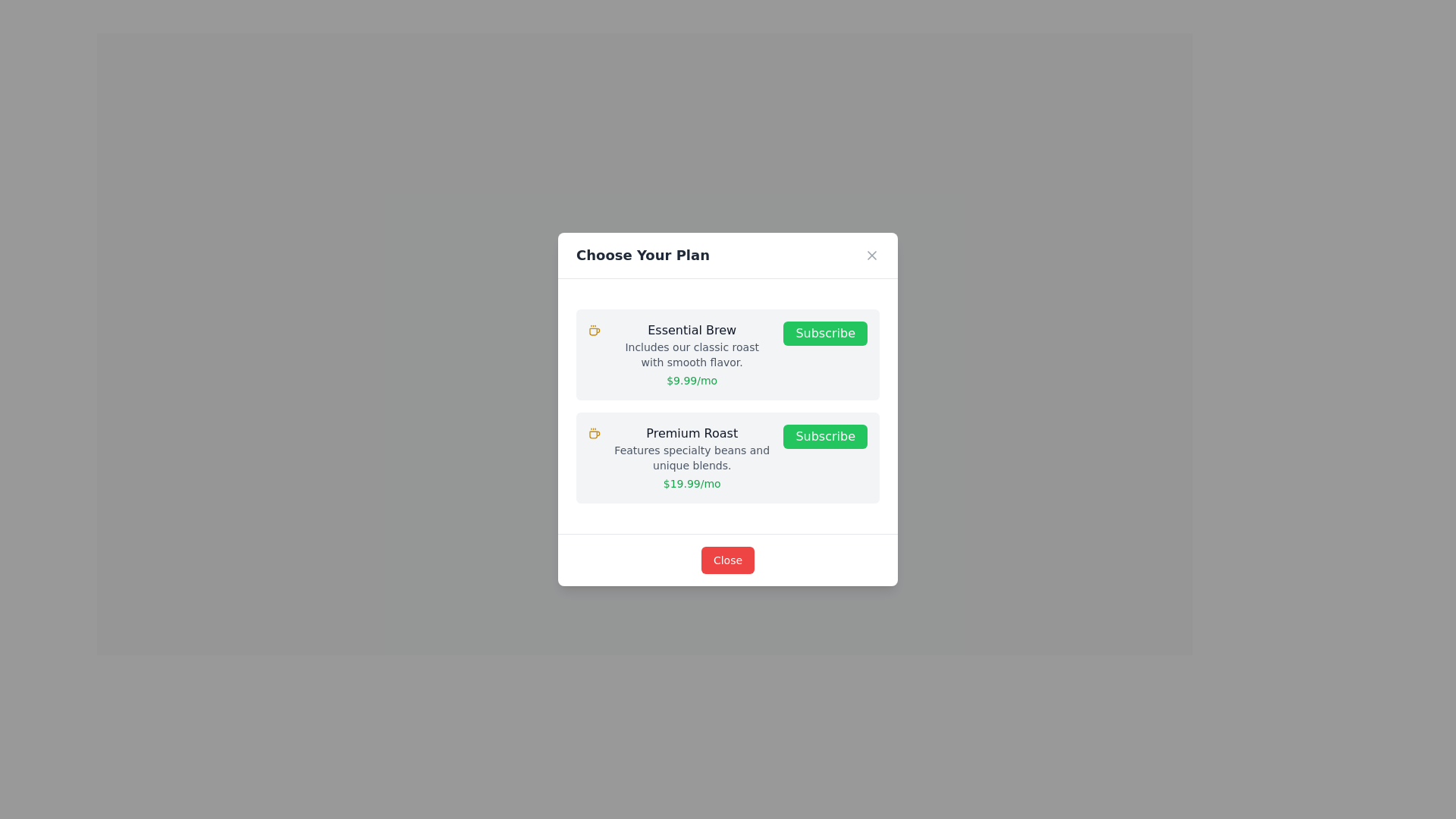 This screenshot has height=819, width=1456. I want to click on the text label displaying '$19.99/mo' in green, located beneath the subscription description in the second subscription card (Premium Roast), so click(691, 483).